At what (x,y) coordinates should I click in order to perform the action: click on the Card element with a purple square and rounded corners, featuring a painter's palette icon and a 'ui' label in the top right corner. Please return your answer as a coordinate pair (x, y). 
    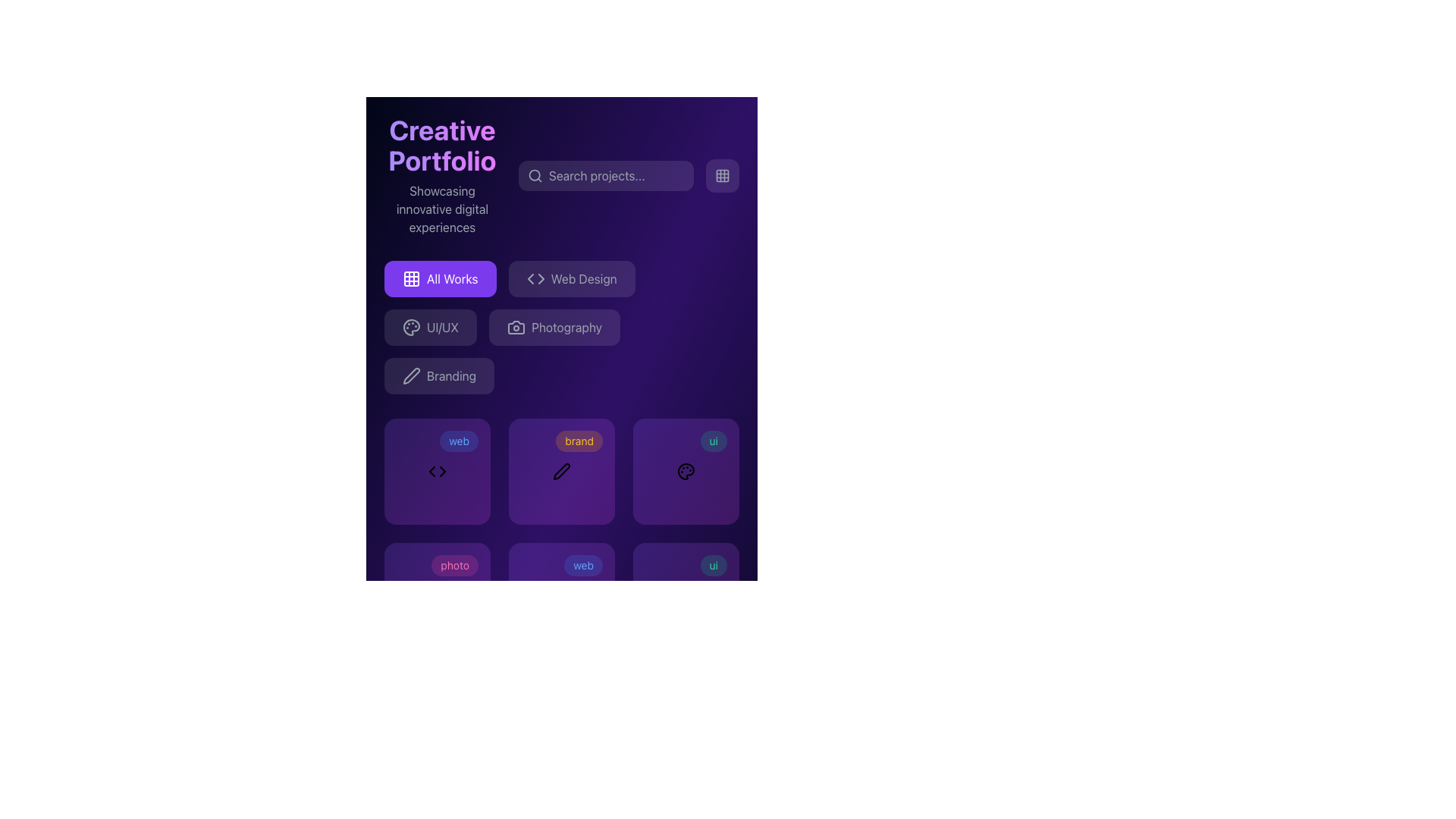
    Looking at the image, I should click on (686, 470).